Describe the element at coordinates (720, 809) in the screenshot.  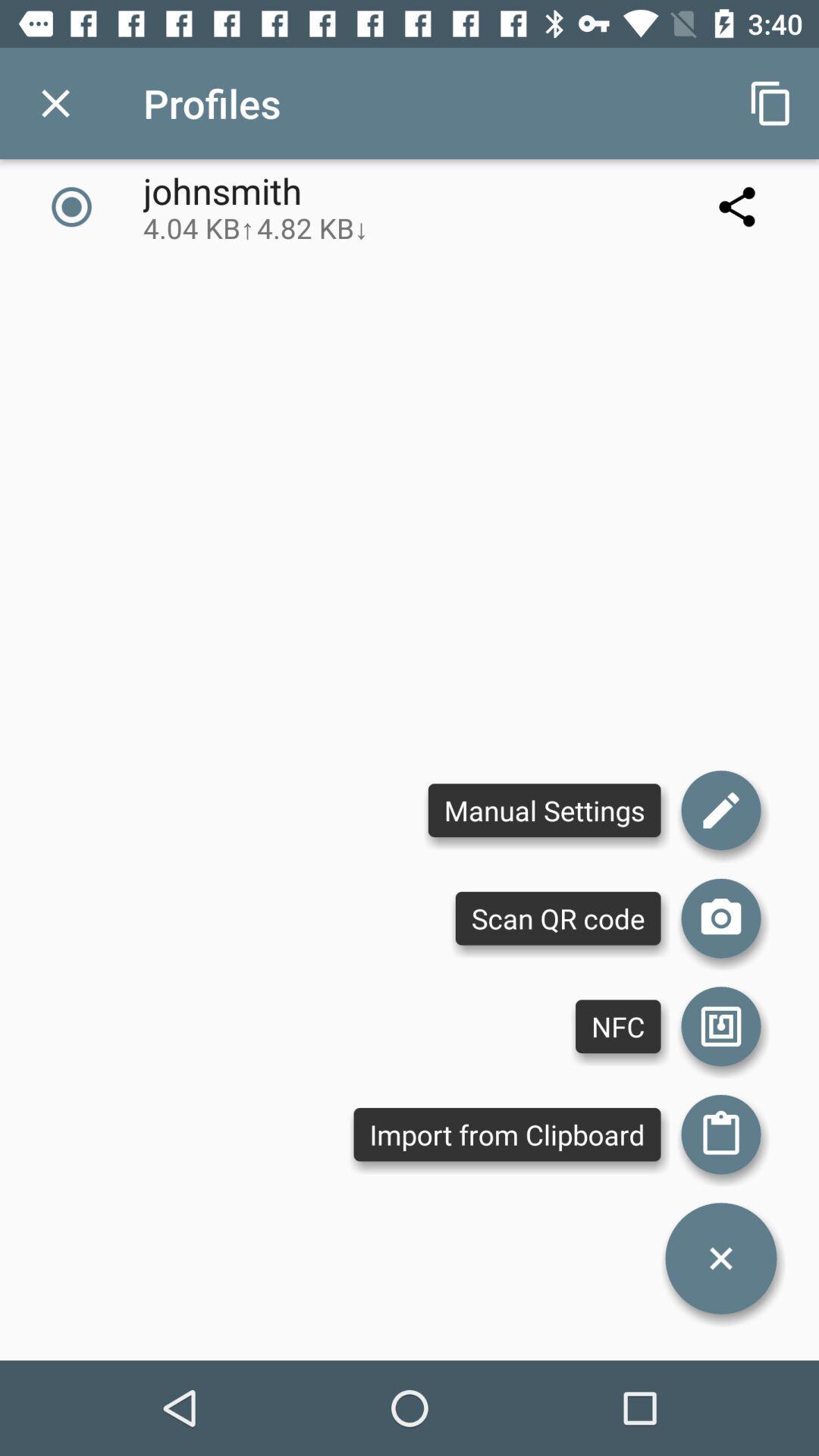
I see `manual setting option` at that location.